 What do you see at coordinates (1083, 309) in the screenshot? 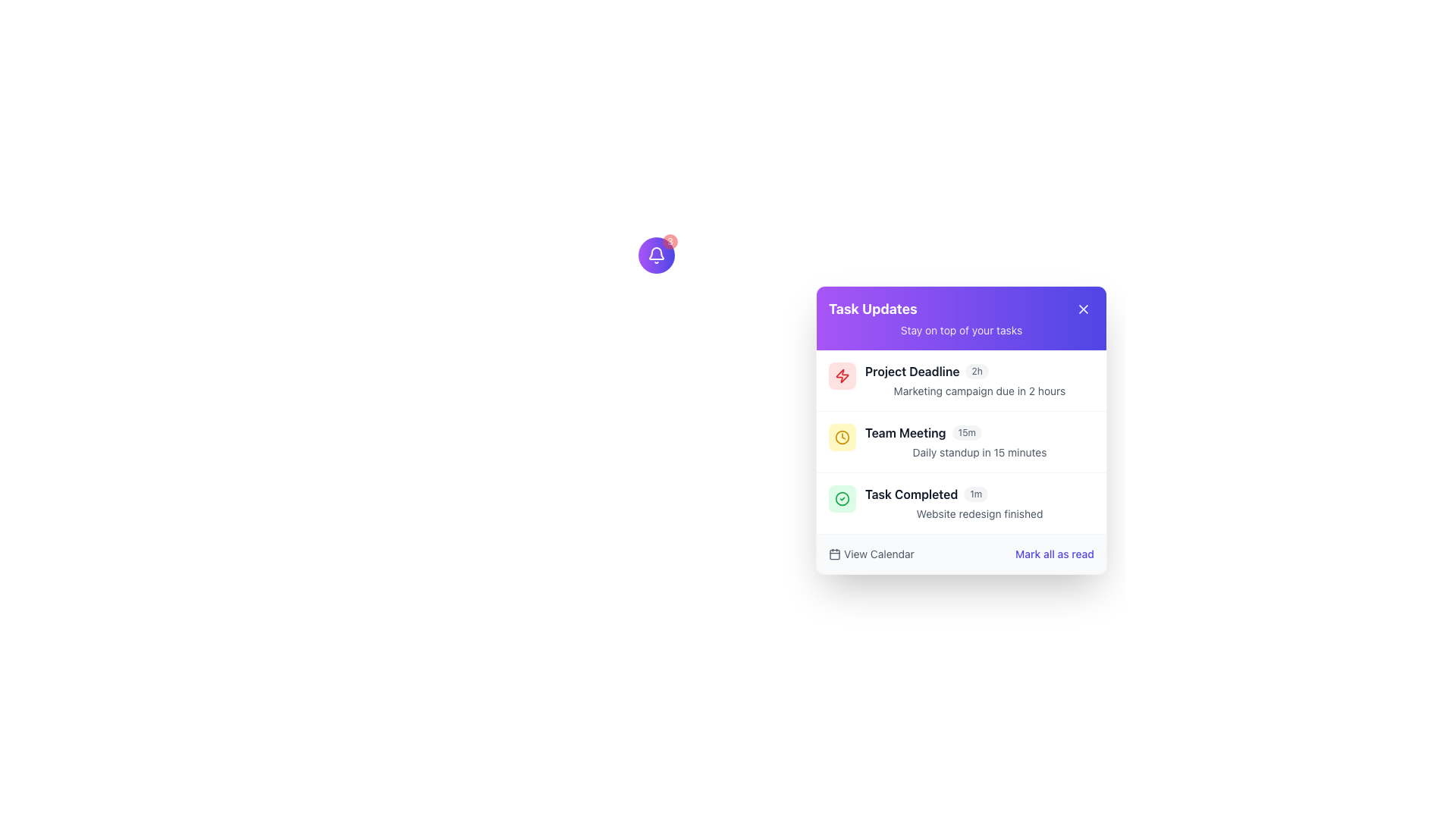
I see `the close button icon in the shape of a diagonal cross (X) located in the top-right corner of the notification panel` at bounding box center [1083, 309].